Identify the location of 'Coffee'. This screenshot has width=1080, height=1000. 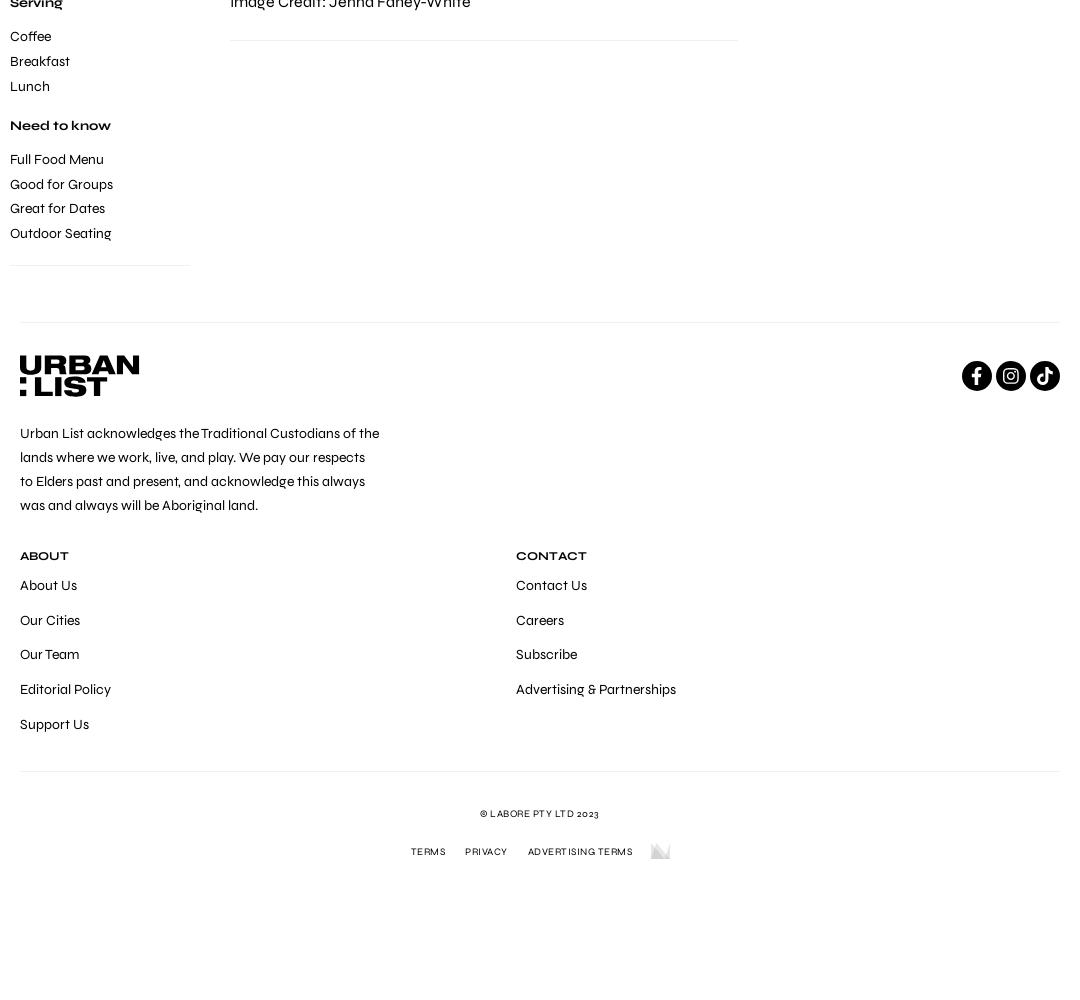
(10, 36).